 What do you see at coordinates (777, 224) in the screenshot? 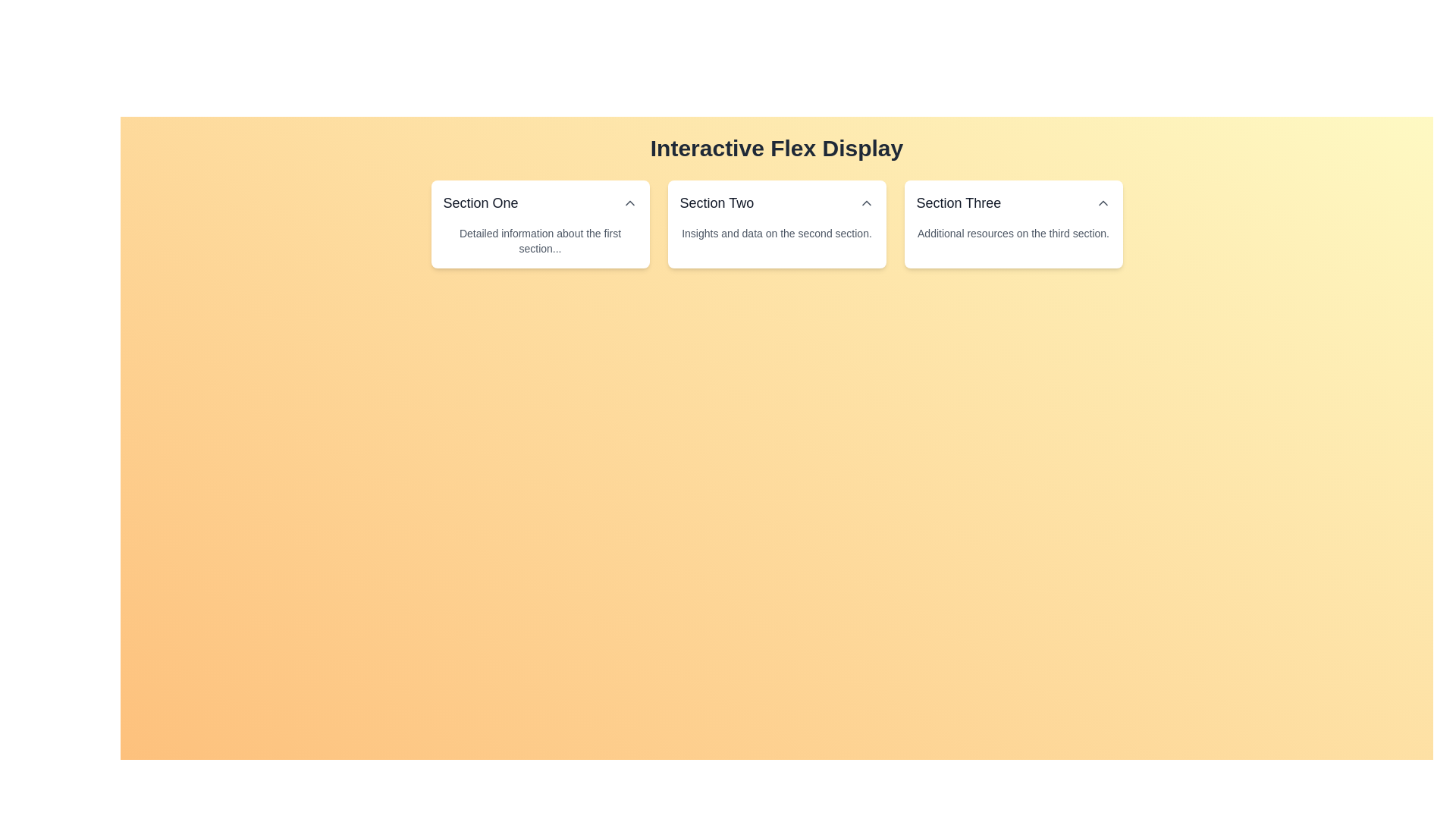
I see `the Card component titled 'Section Two', which serves as a navigation link or summary view and is the second card in a group of three horizontally aligned cards` at bounding box center [777, 224].